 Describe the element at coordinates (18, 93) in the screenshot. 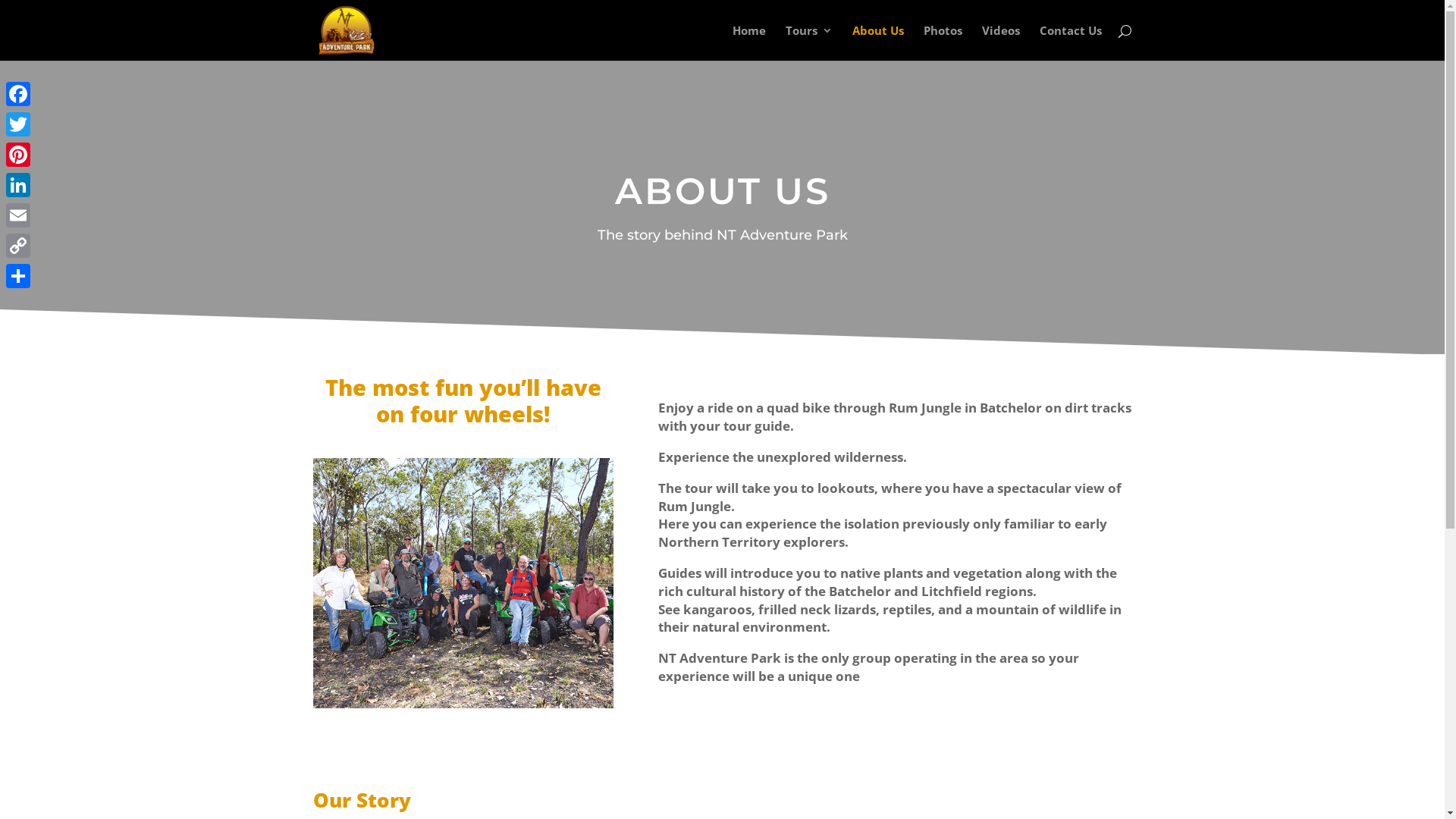

I see `'Facebook'` at that location.